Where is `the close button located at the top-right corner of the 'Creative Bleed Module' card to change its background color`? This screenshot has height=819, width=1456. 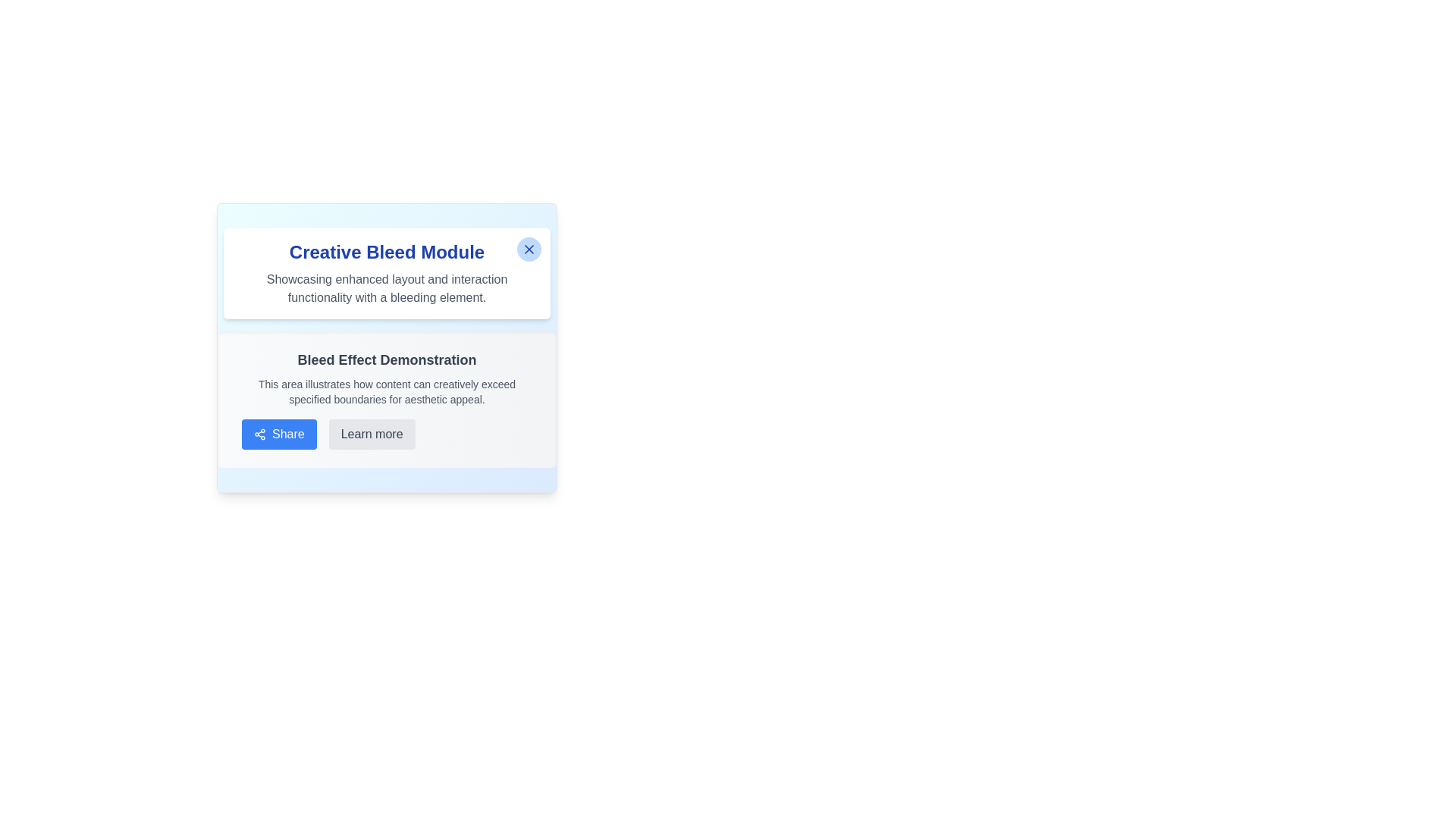 the close button located at the top-right corner of the 'Creative Bleed Module' card to change its background color is located at coordinates (529, 248).